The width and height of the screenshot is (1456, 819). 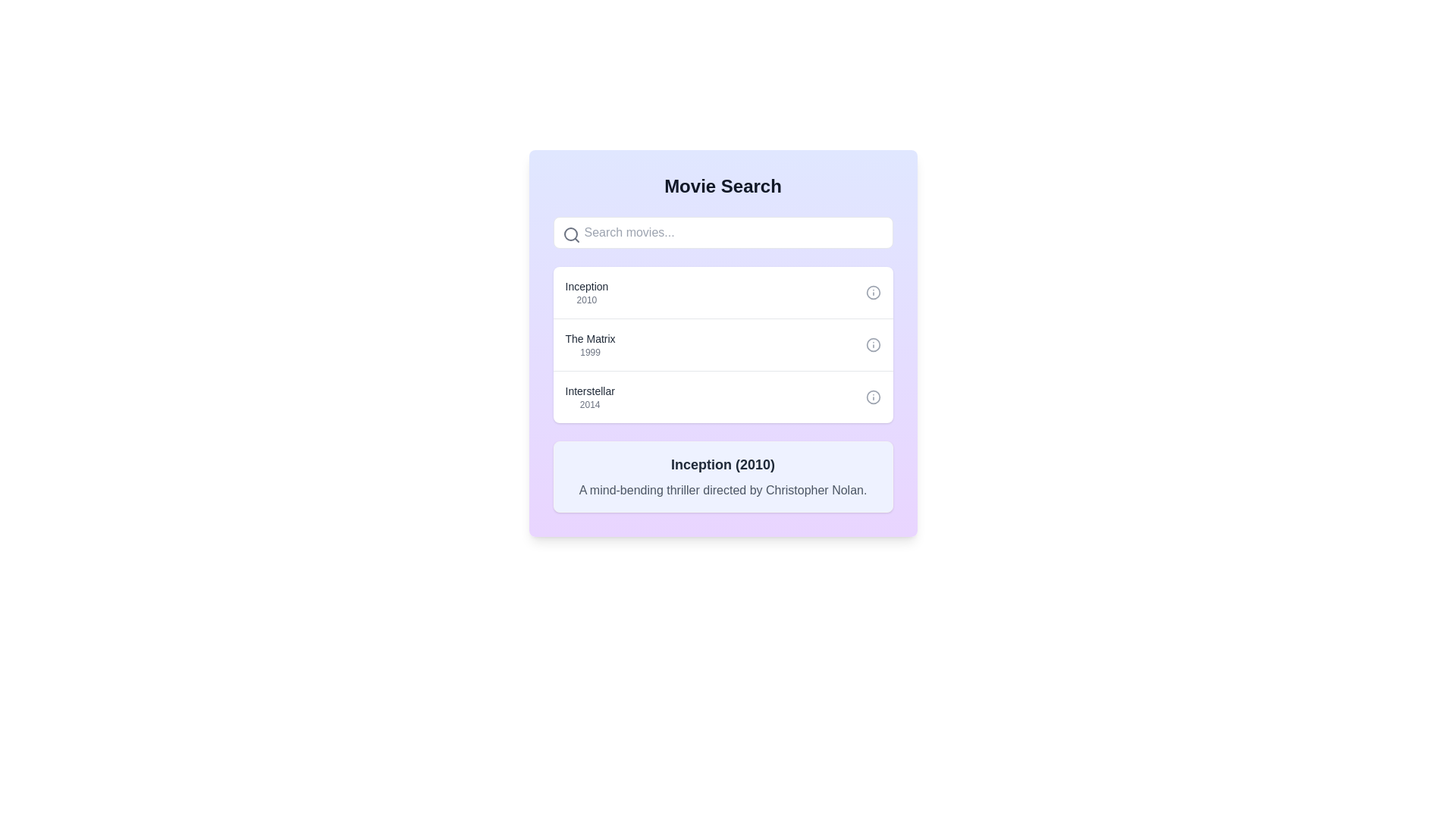 I want to click on the Text label displaying the release year for the movie 'The Matrix', located in the second card of the movie list, beneath the title 'The Matrix', and to the left of an information button, so click(x=589, y=353).